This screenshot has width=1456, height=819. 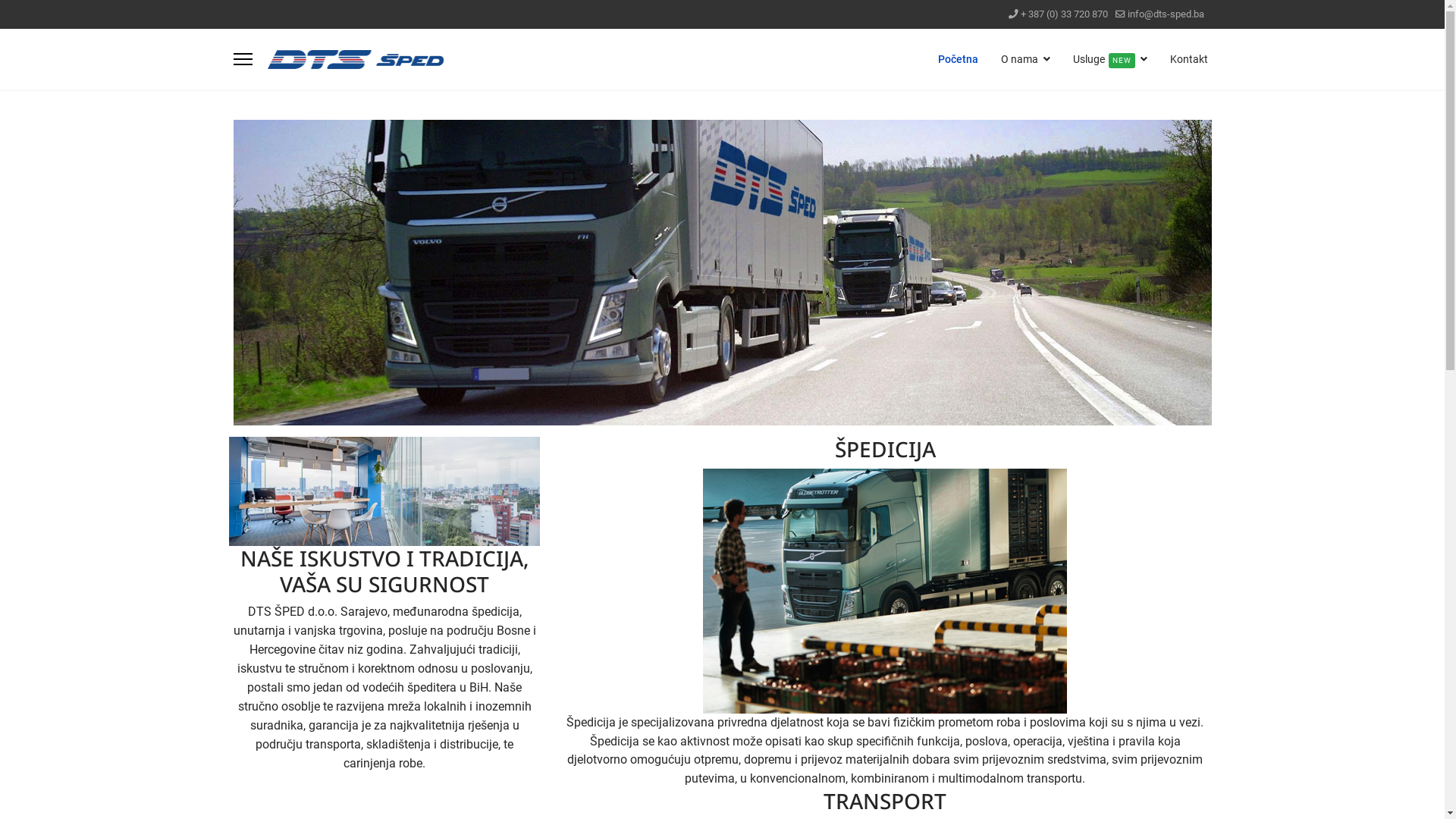 I want to click on '+ 387 (0) 33 720 870', so click(x=1063, y=14).